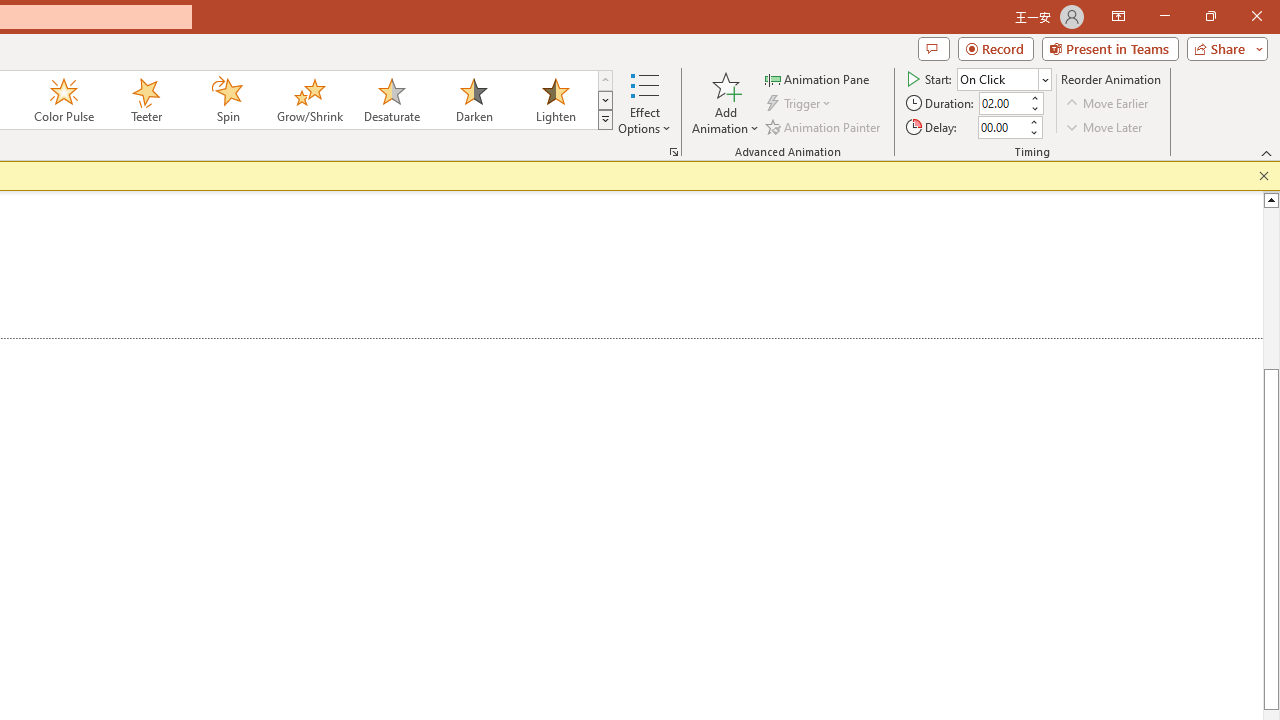  I want to click on 'Start', so click(1004, 78).